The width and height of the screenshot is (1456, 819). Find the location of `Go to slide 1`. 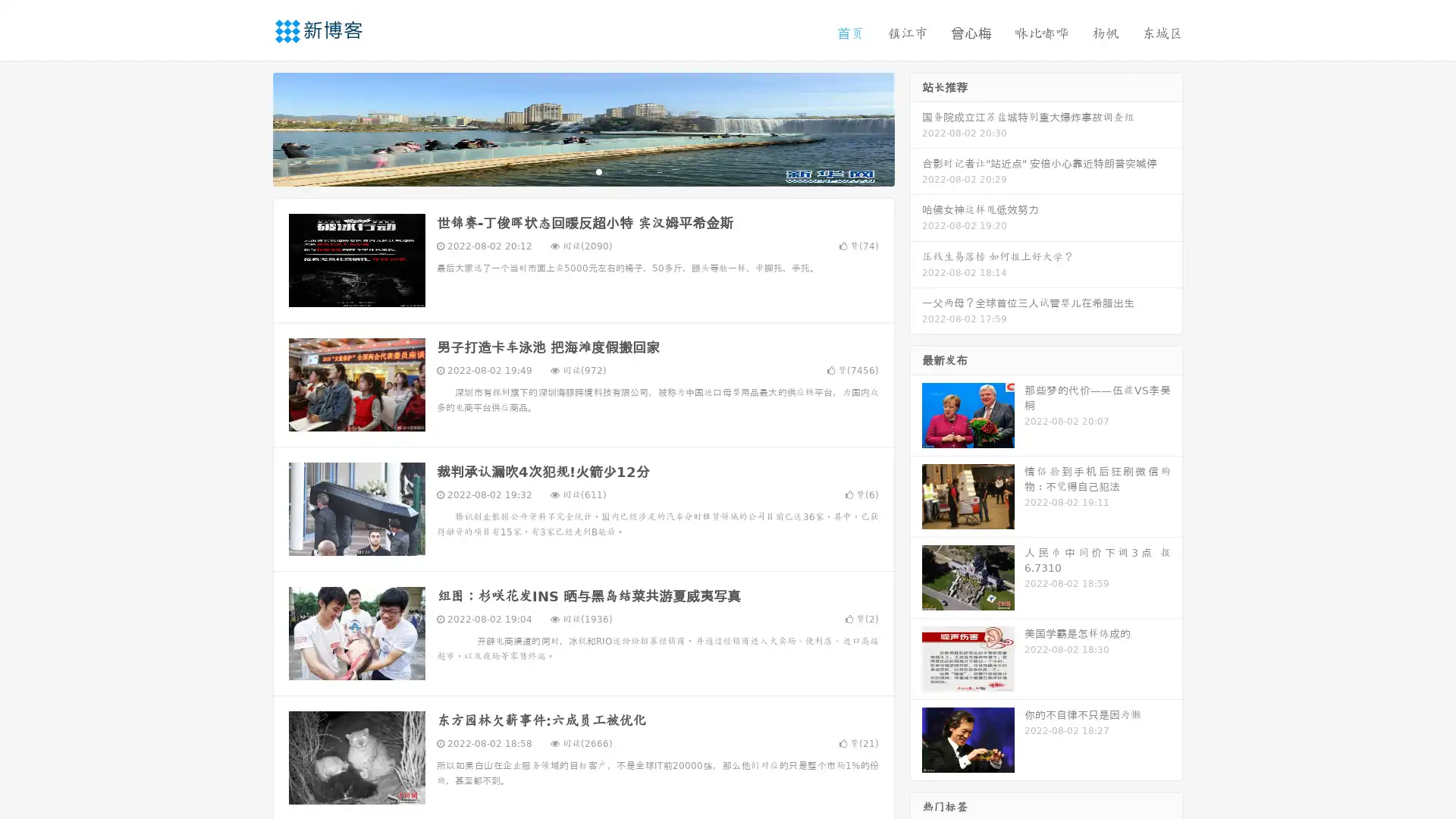

Go to slide 1 is located at coordinates (567, 171).